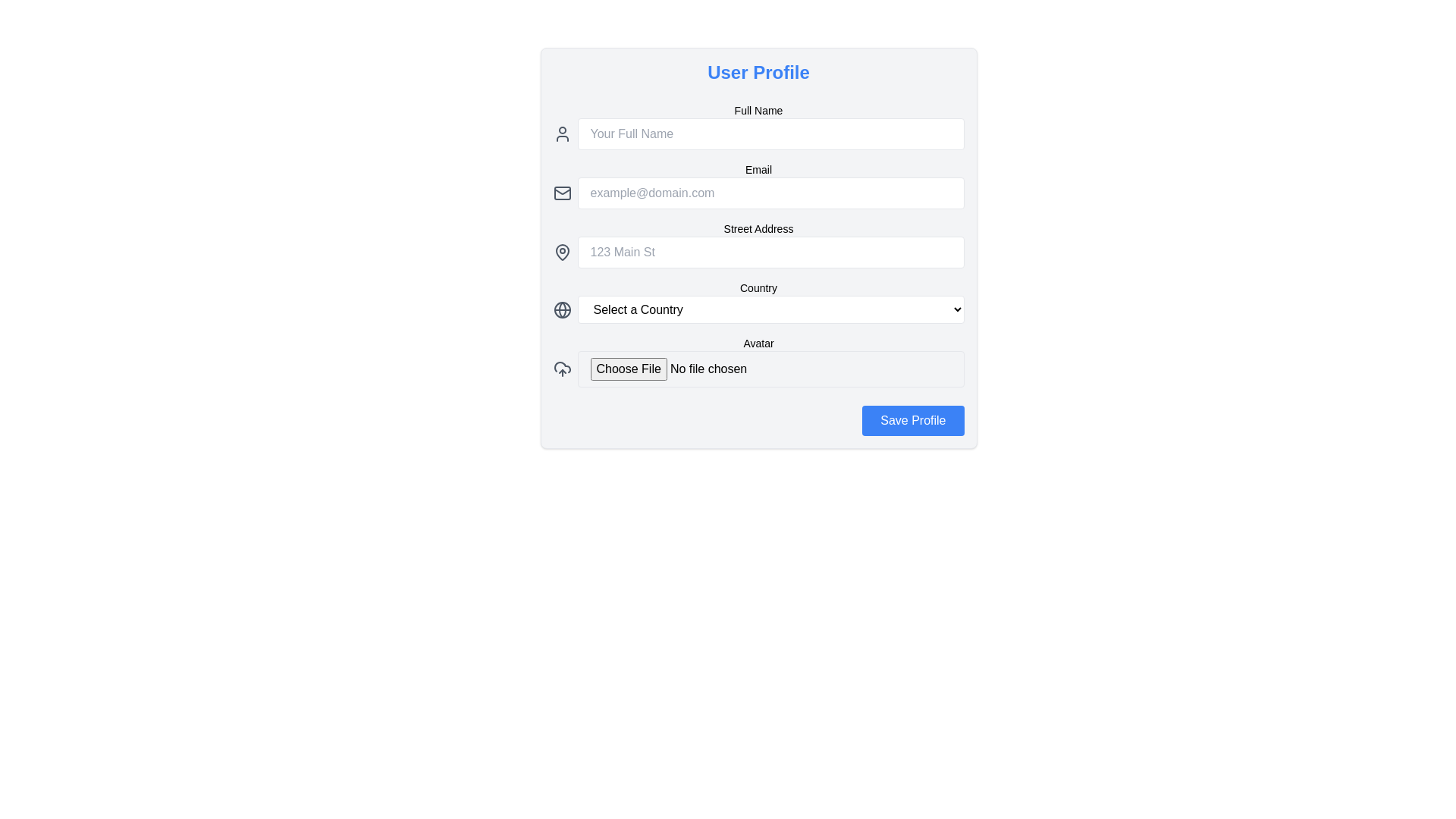 The height and width of the screenshot is (819, 1456). What do you see at coordinates (770, 369) in the screenshot?
I see `the file input field labeled 'Avatar'` at bounding box center [770, 369].